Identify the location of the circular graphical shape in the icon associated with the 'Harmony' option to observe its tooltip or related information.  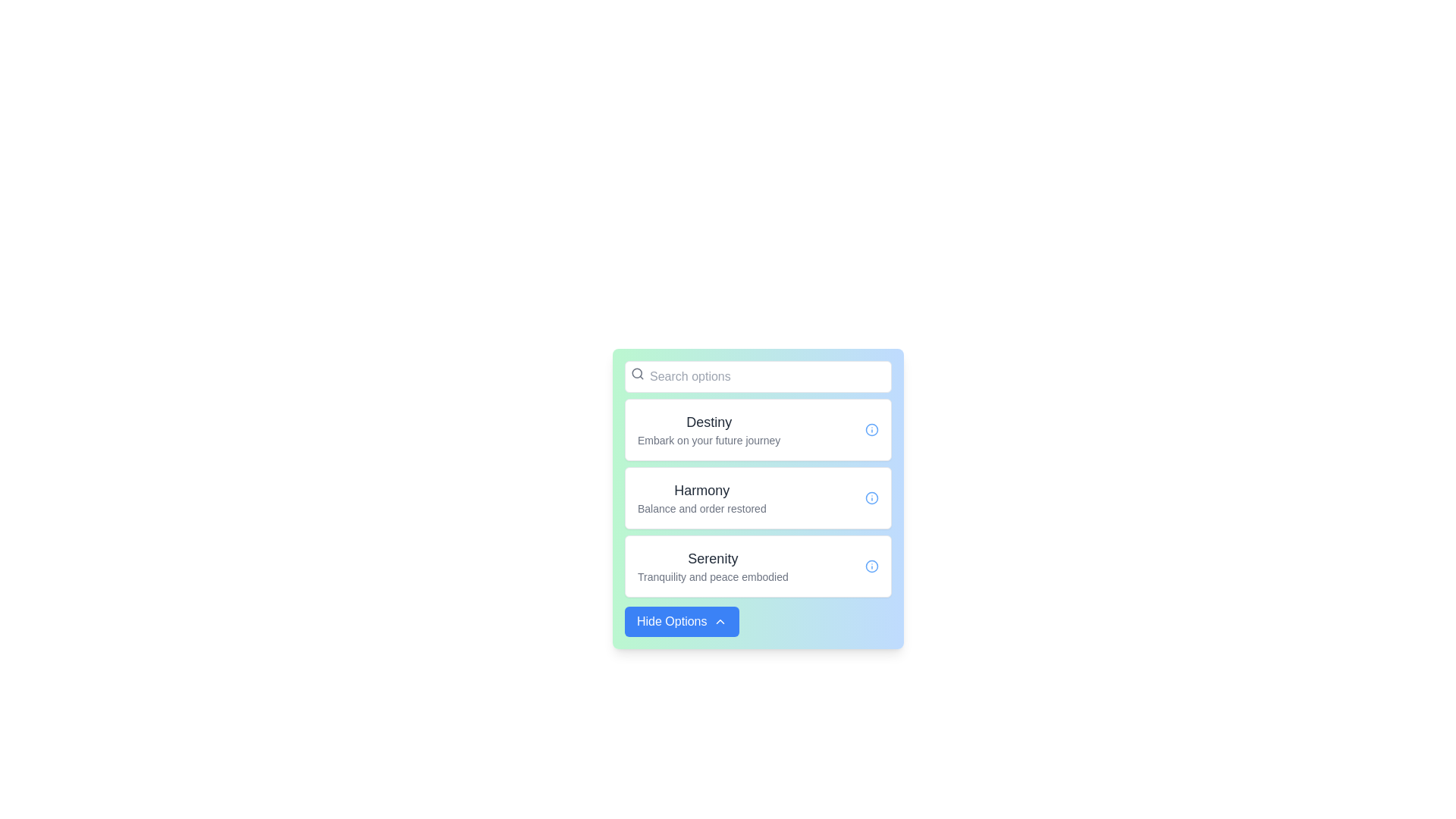
(872, 430).